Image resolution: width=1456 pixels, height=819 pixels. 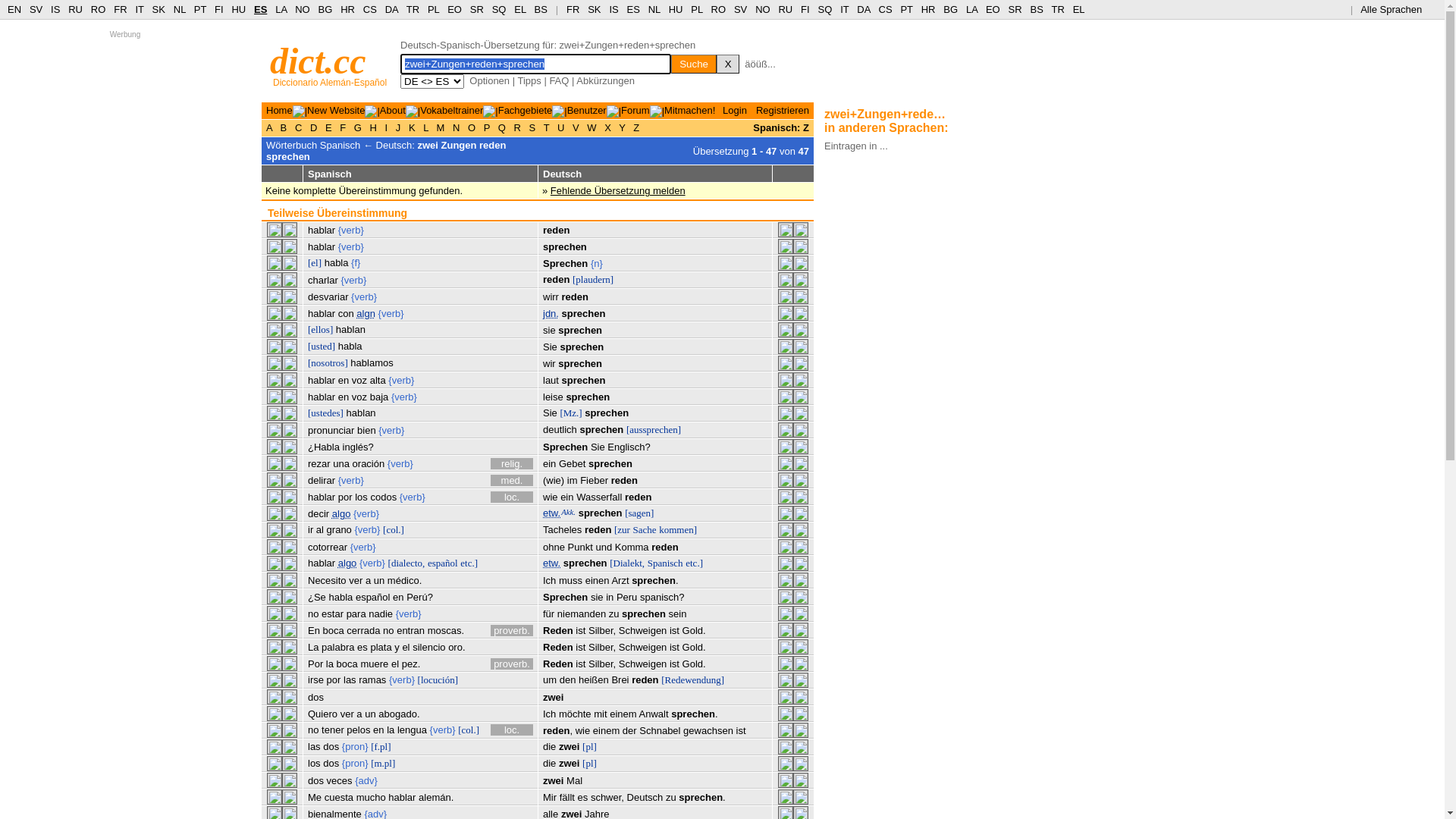 What do you see at coordinates (378, 580) in the screenshot?
I see `'un'` at bounding box center [378, 580].